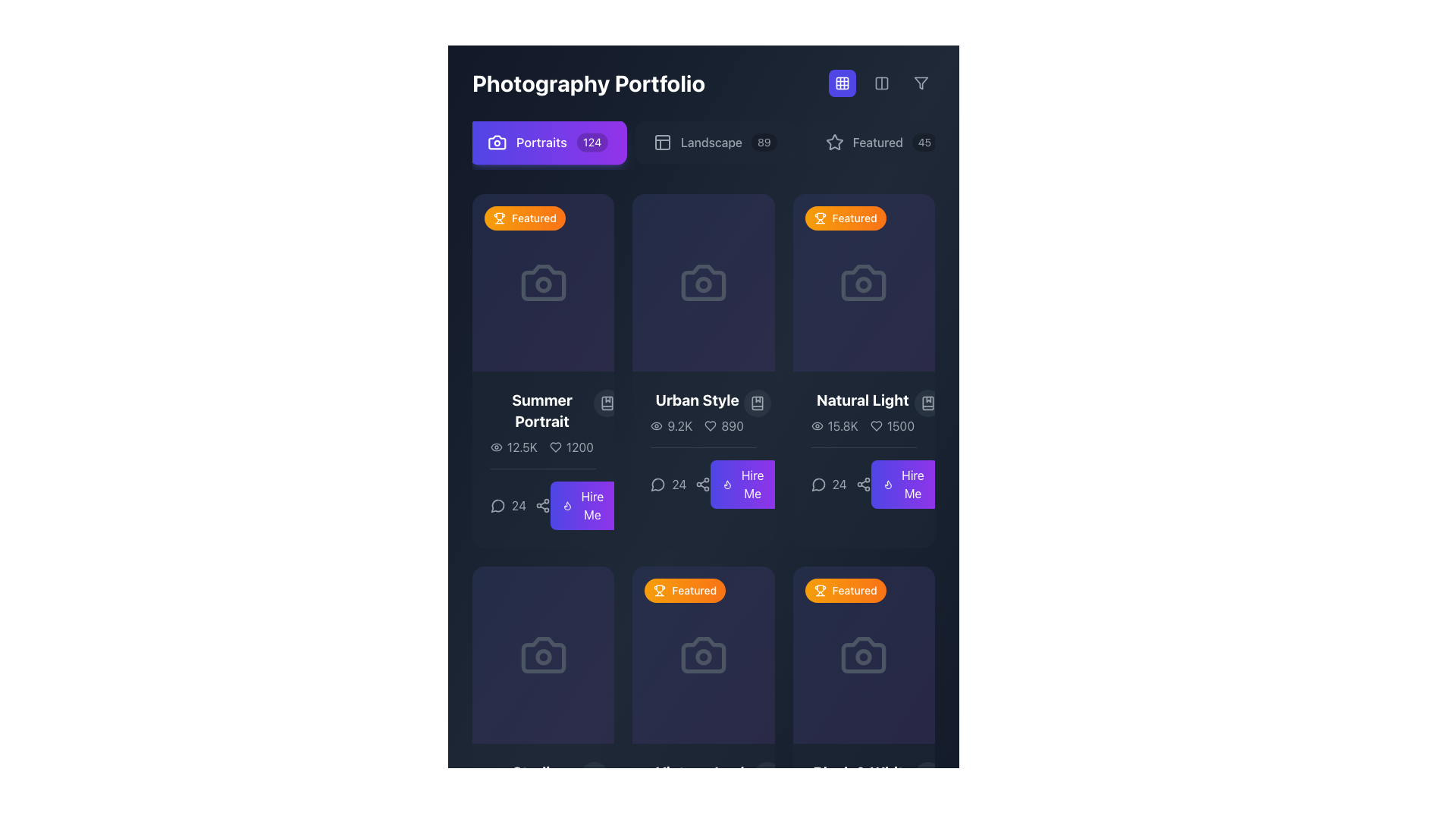  What do you see at coordinates (497, 143) in the screenshot?
I see `the decorative icon associated with the 'Portraits' button labeled 'Portraits 124', located on the leftmost side of the button` at bounding box center [497, 143].